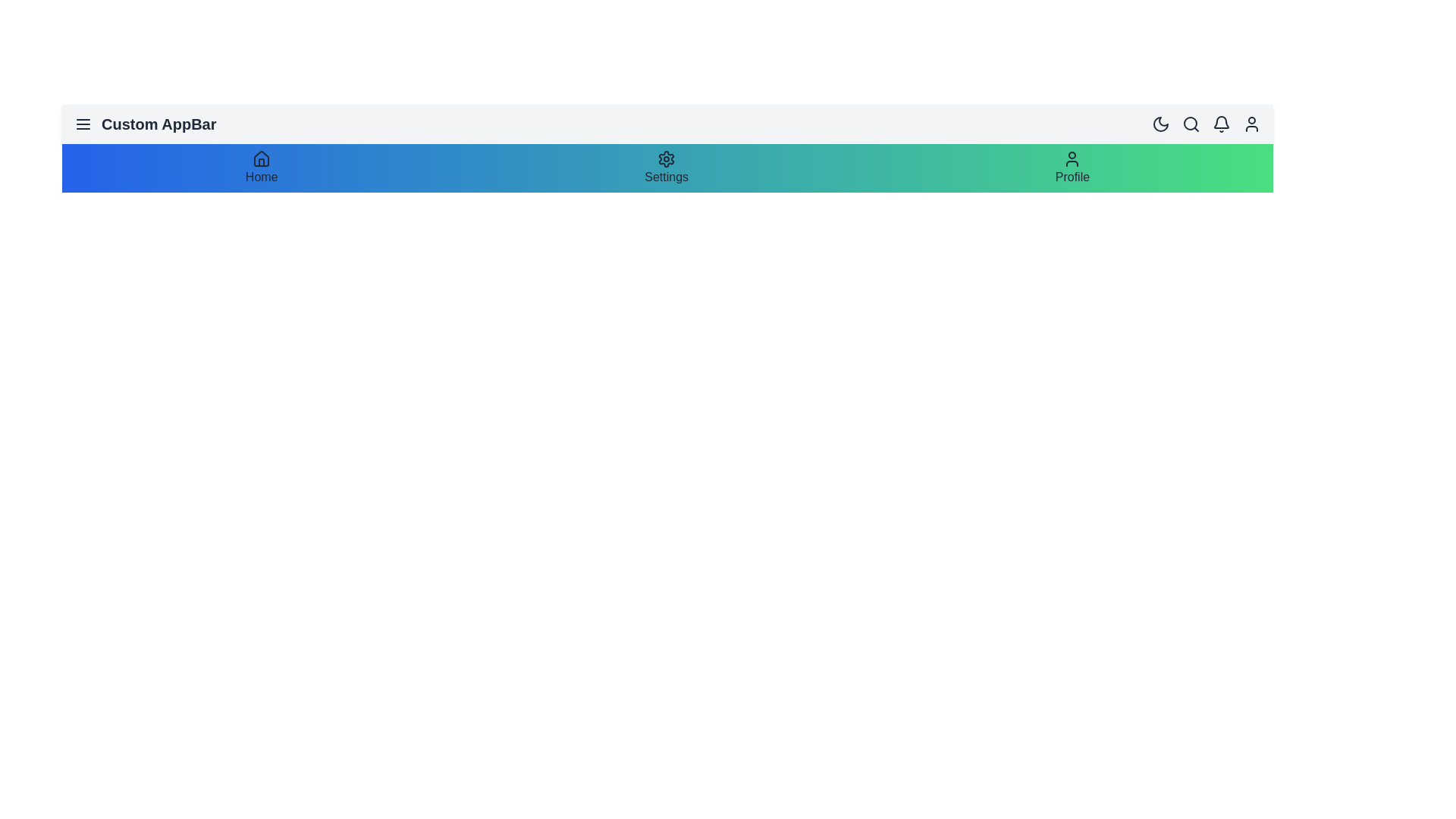  I want to click on the Profile button to navigate to the Profile section, so click(1072, 177).